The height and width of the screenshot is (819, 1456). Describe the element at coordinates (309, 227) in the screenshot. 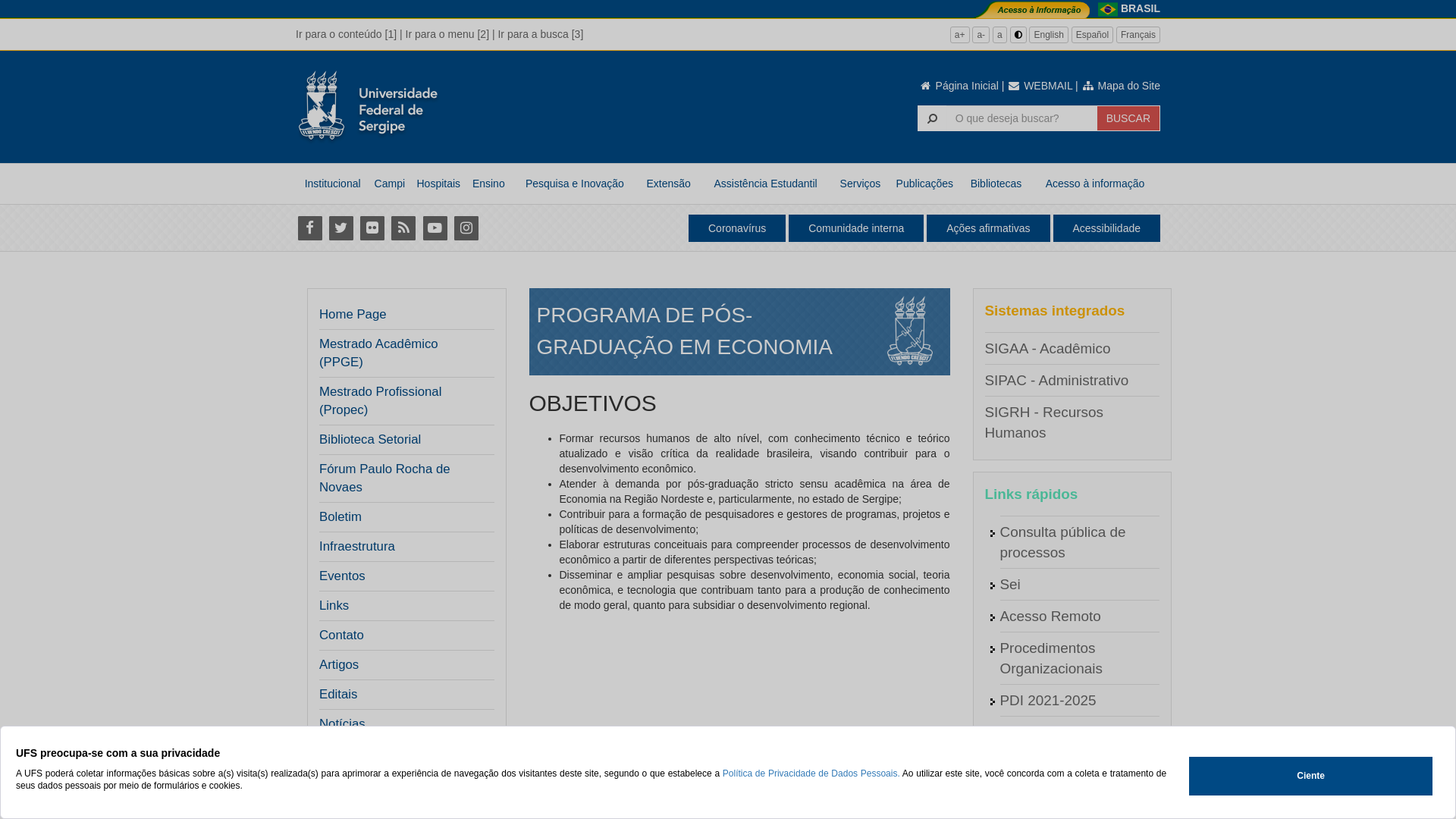

I see `'Facebook'` at that location.